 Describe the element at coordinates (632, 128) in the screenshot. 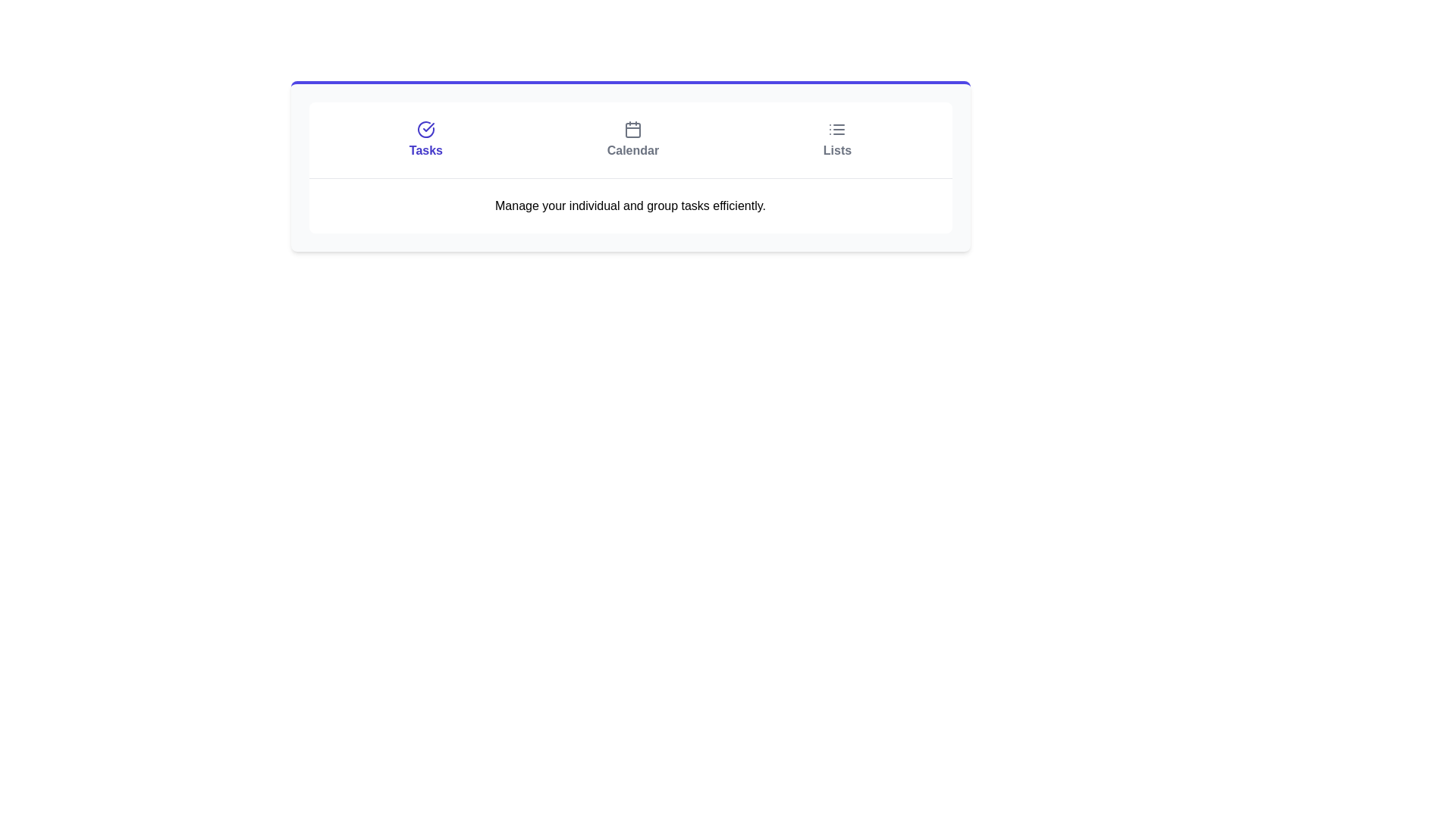

I see `the calendar icon button, which has a grid-like design and is located above the text 'Calendar'` at that location.